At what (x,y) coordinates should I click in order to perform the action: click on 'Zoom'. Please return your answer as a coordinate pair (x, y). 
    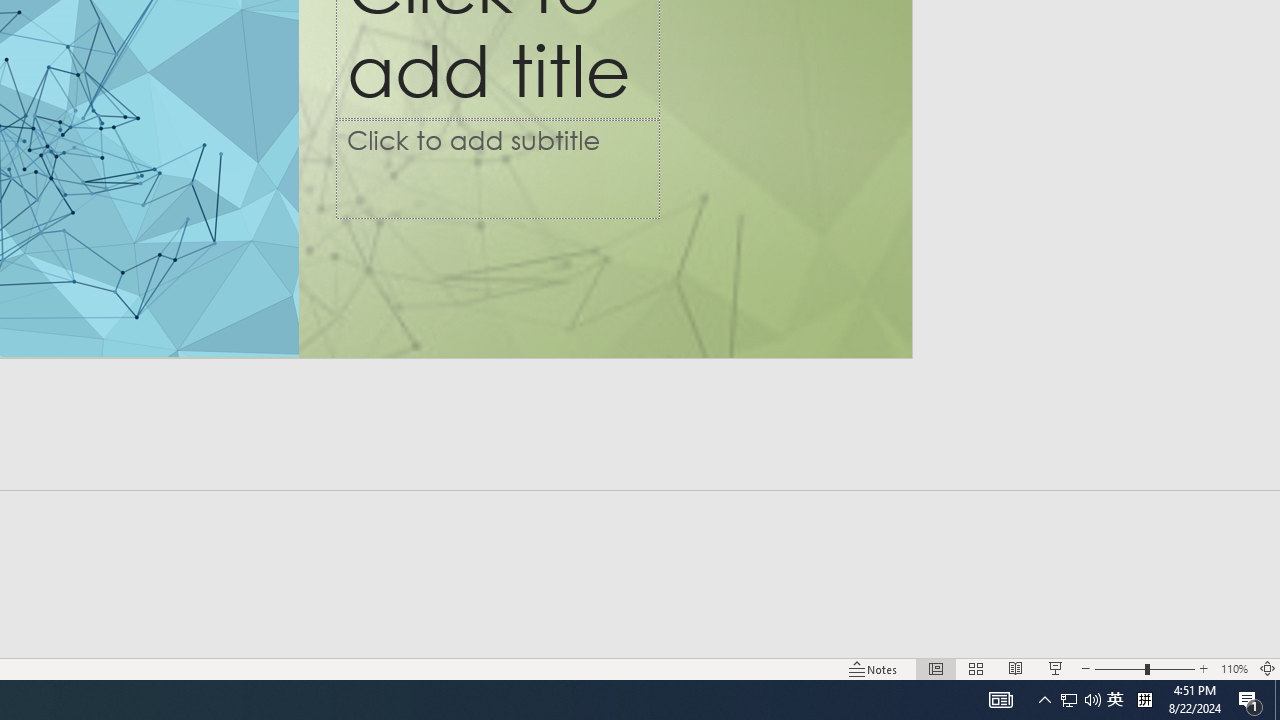
    Looking at the image, I should click on (1144, 669).